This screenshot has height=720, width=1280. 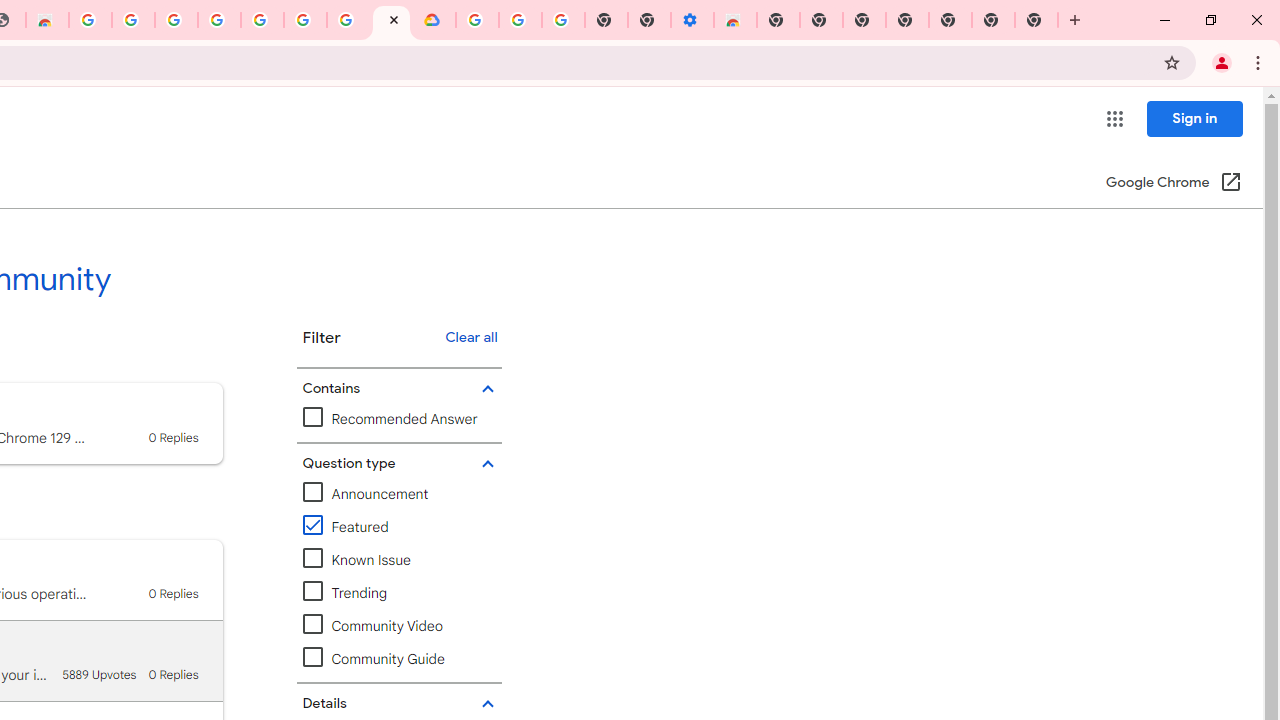 What do you see at coordinates (219, 20) in the screenshot?
I see `'Sign in - Google Accounts'` at bounding box center [219, 20].